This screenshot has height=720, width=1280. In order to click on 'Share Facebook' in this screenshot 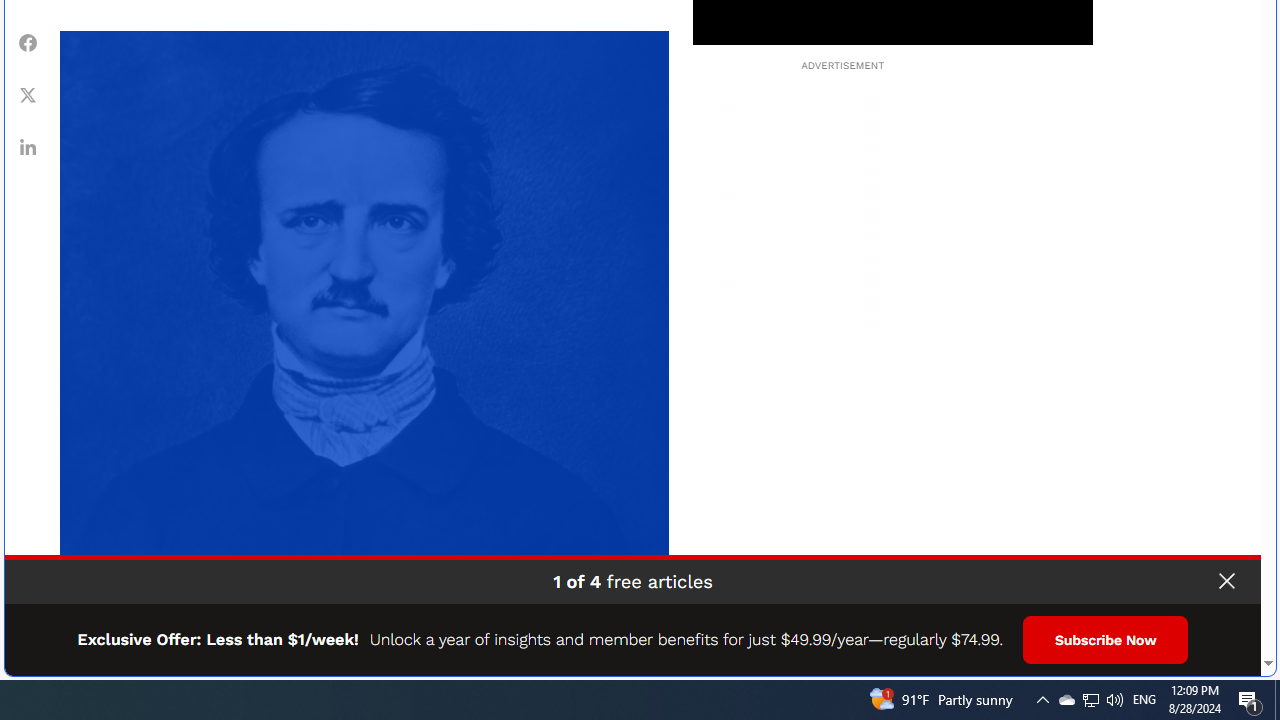, I will do `click(28, 43)`.